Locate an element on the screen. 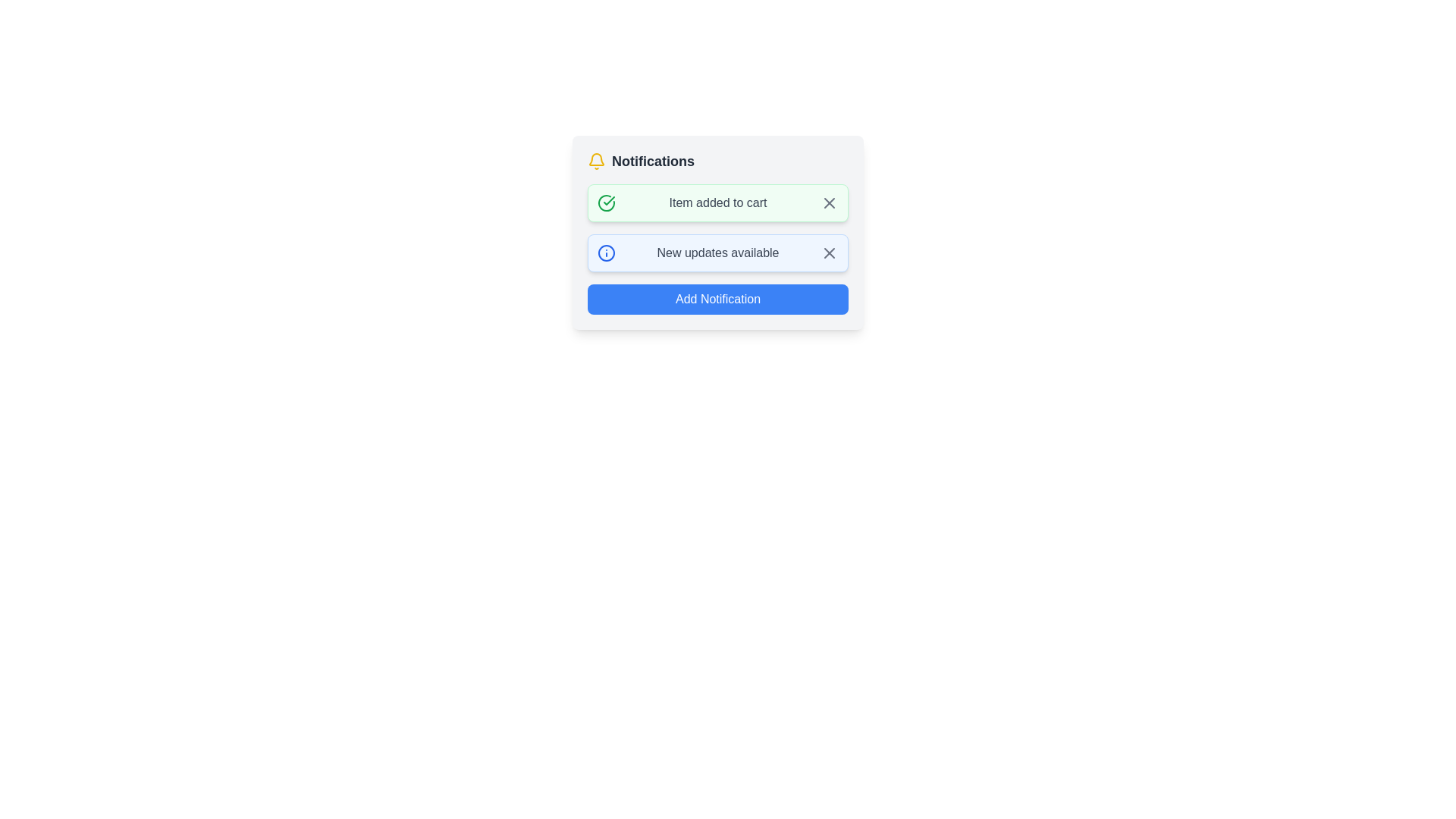 This screenshot has height=819, width=1456. the Close button with an 'X' icon located at the rightmost side of the 'Item added to cart' notification is located at coordinates (829, 202).